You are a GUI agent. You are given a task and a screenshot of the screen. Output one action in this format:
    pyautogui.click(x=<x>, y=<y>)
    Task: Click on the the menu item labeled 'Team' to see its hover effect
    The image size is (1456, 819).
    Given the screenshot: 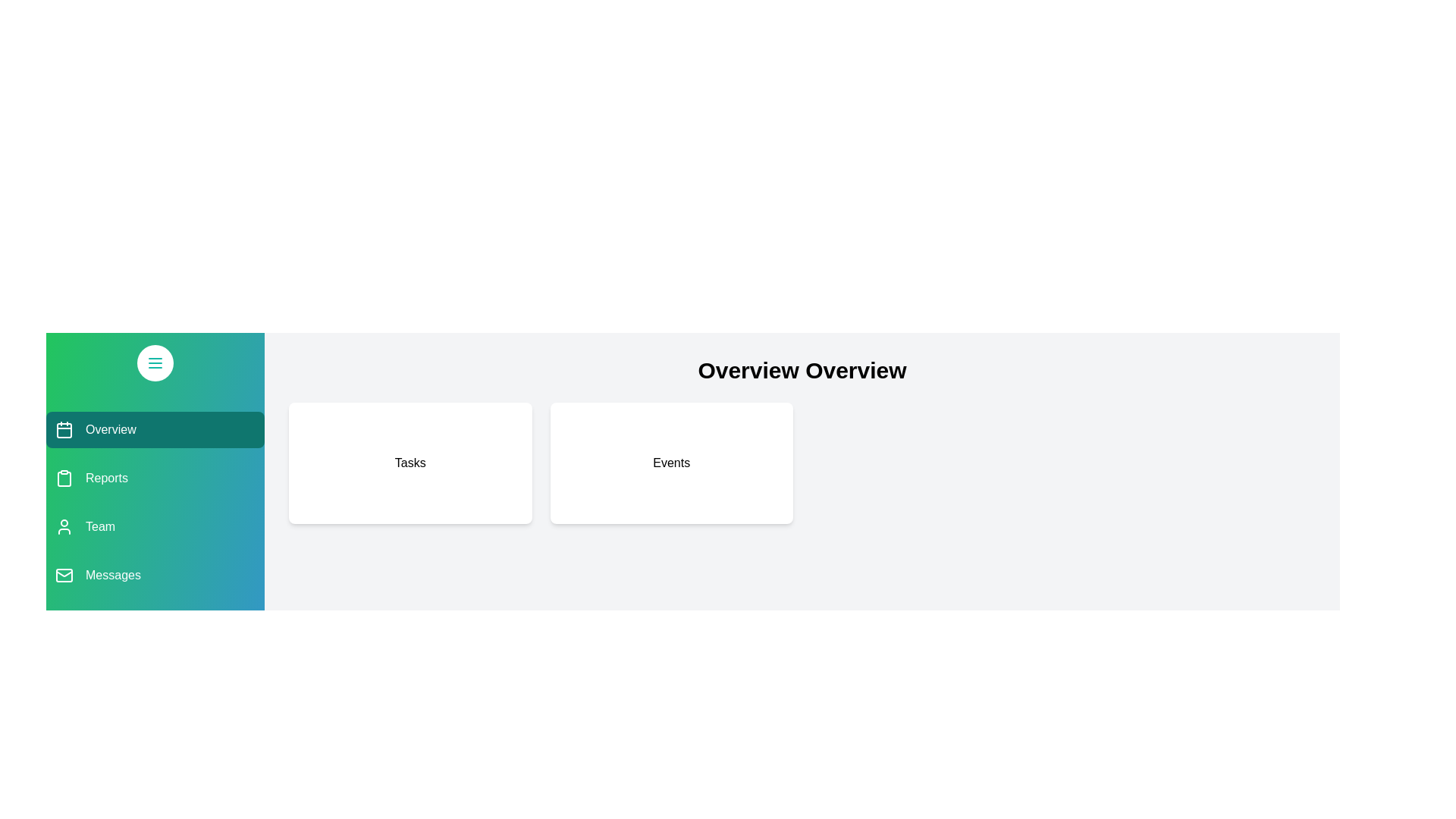 What is the action you would take?
    pyautogui.click(x=155, y=526)
    